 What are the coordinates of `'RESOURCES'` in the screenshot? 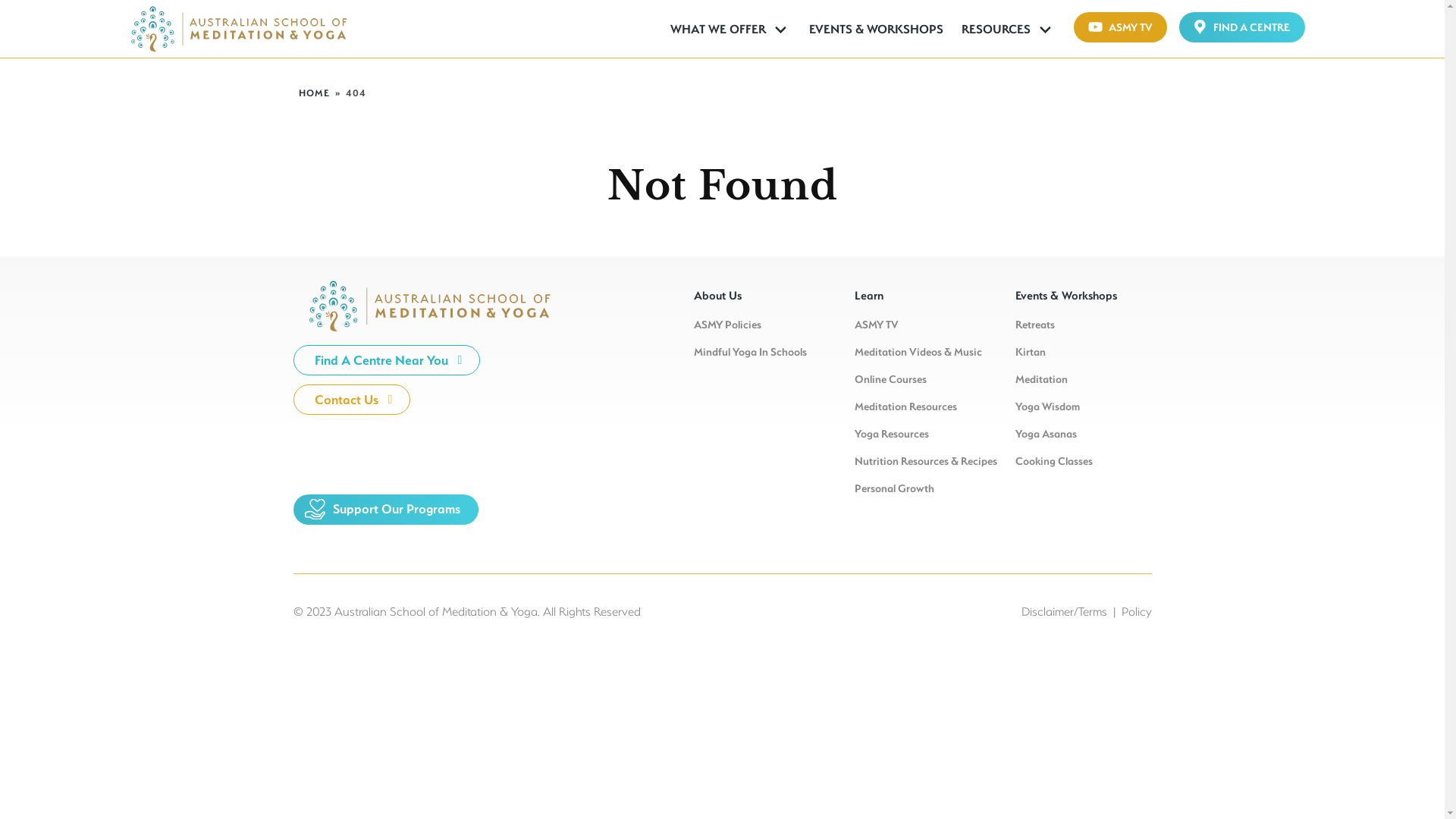 It's located at (952, 29).